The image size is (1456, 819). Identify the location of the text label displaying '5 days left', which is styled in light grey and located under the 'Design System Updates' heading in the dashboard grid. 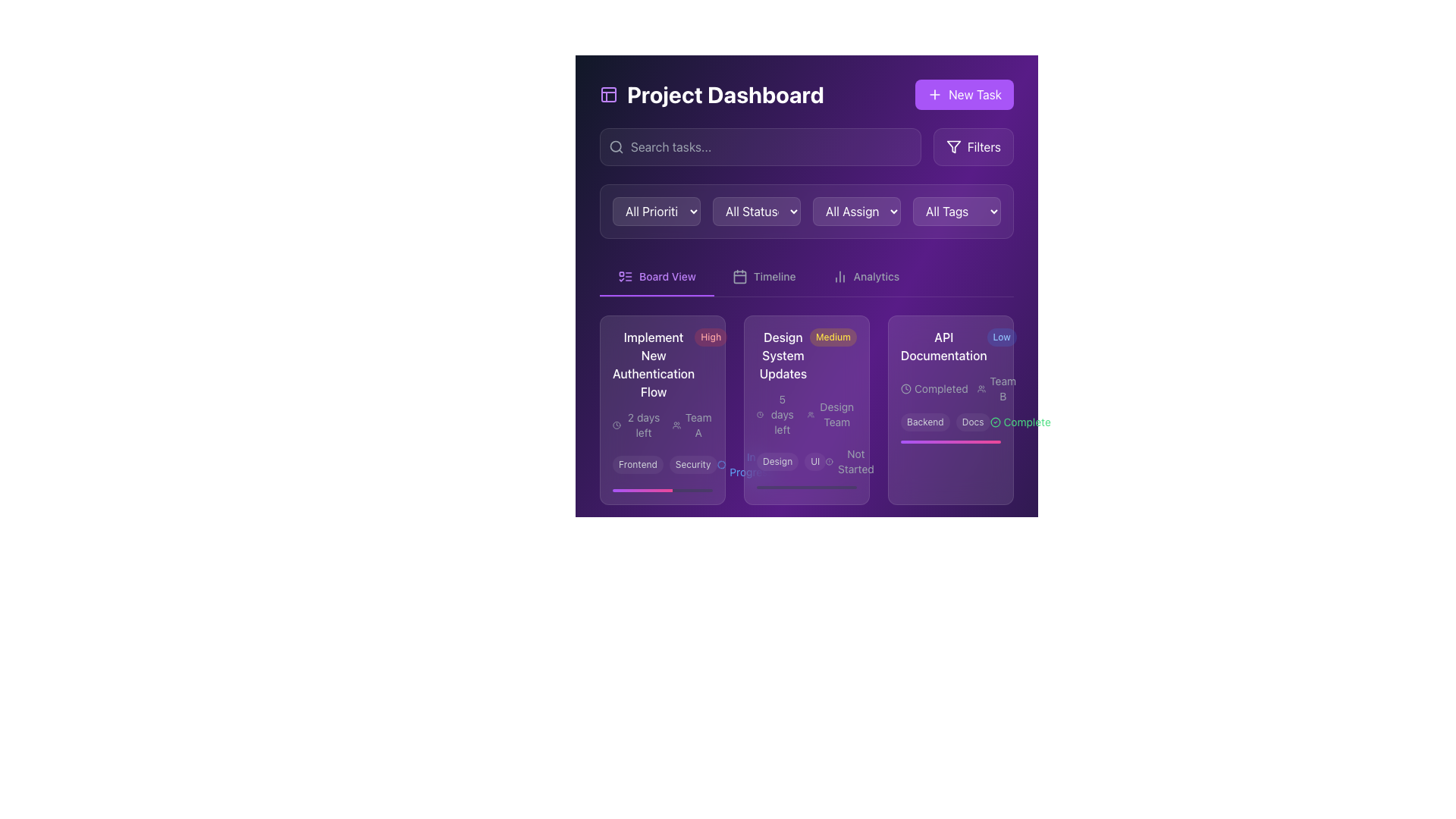
(777, 415).